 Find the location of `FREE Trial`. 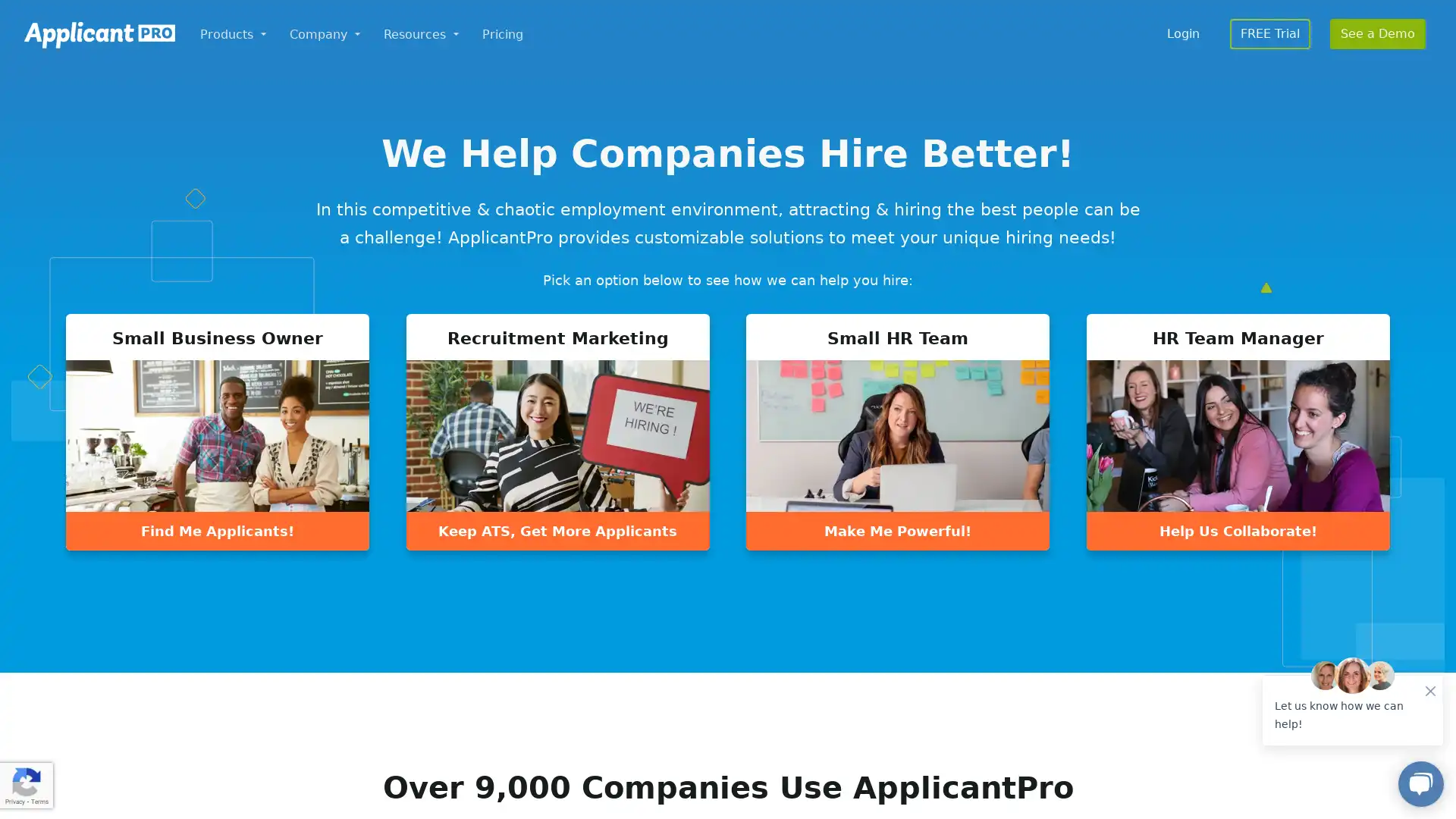

FREE Trial is located at coordinates (1270, 34).